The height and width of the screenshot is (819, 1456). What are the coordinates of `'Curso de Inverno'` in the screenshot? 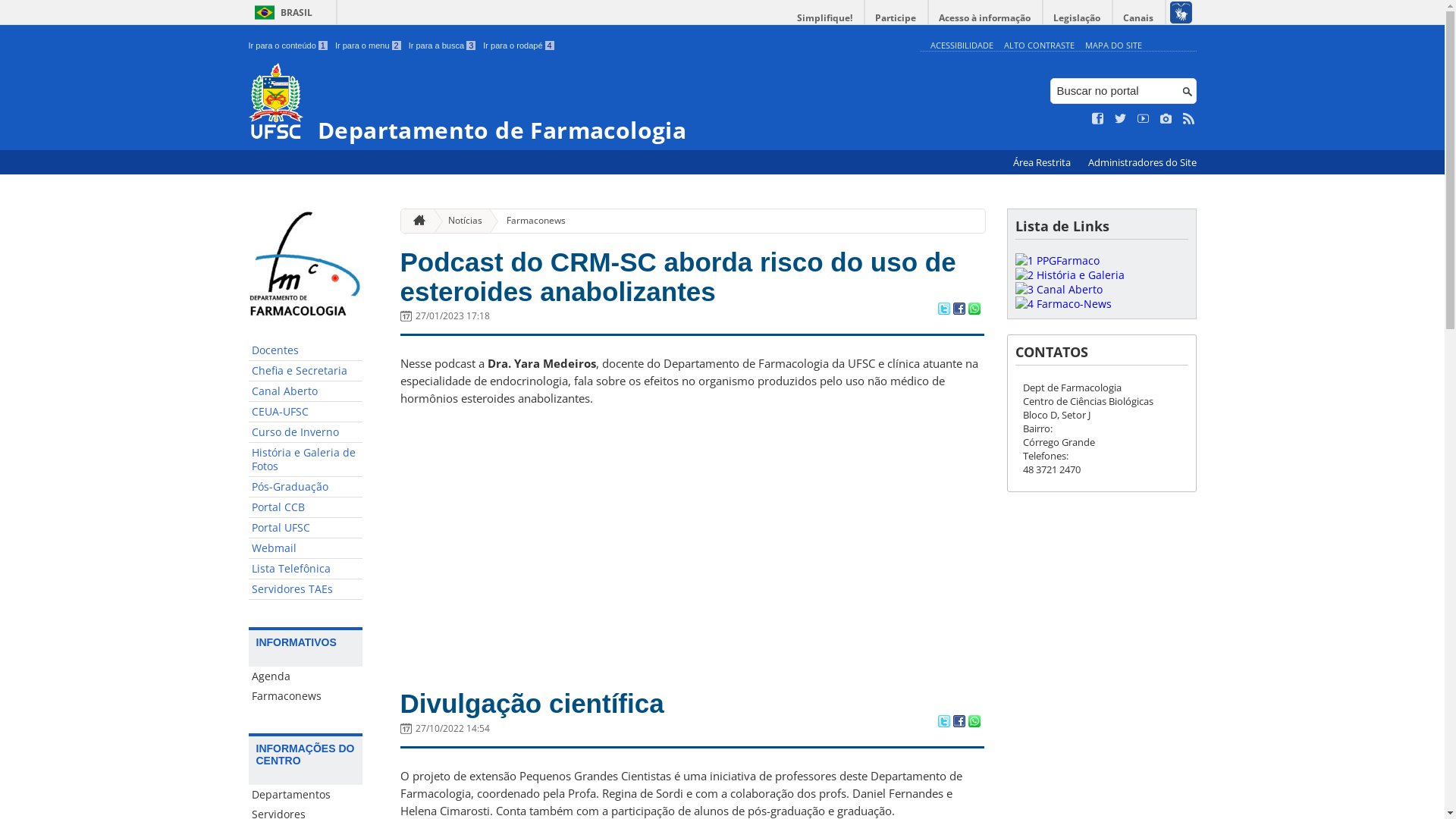 It's located at (305, 432).